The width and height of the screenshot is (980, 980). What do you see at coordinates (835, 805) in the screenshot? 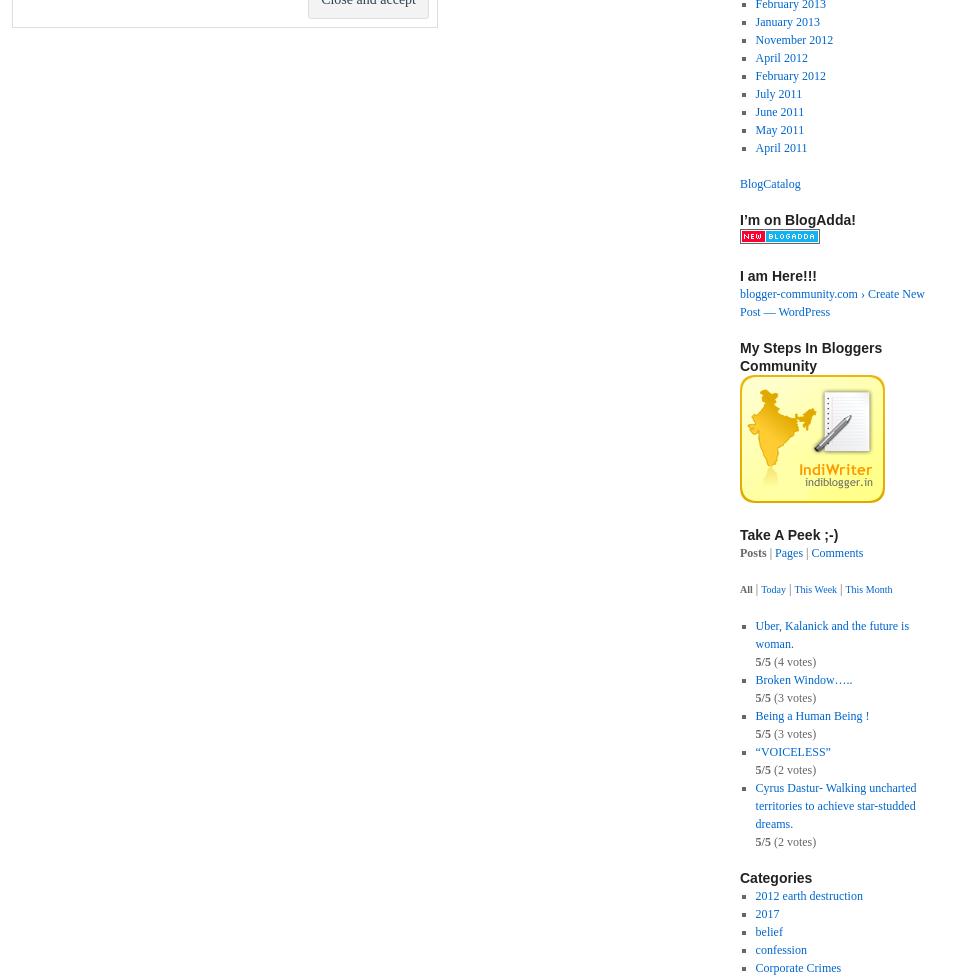
I see `'Cyrus Dastur- Walking uncharted territories to achieve star-studded dreams.'` at bounding box center [835, 805].